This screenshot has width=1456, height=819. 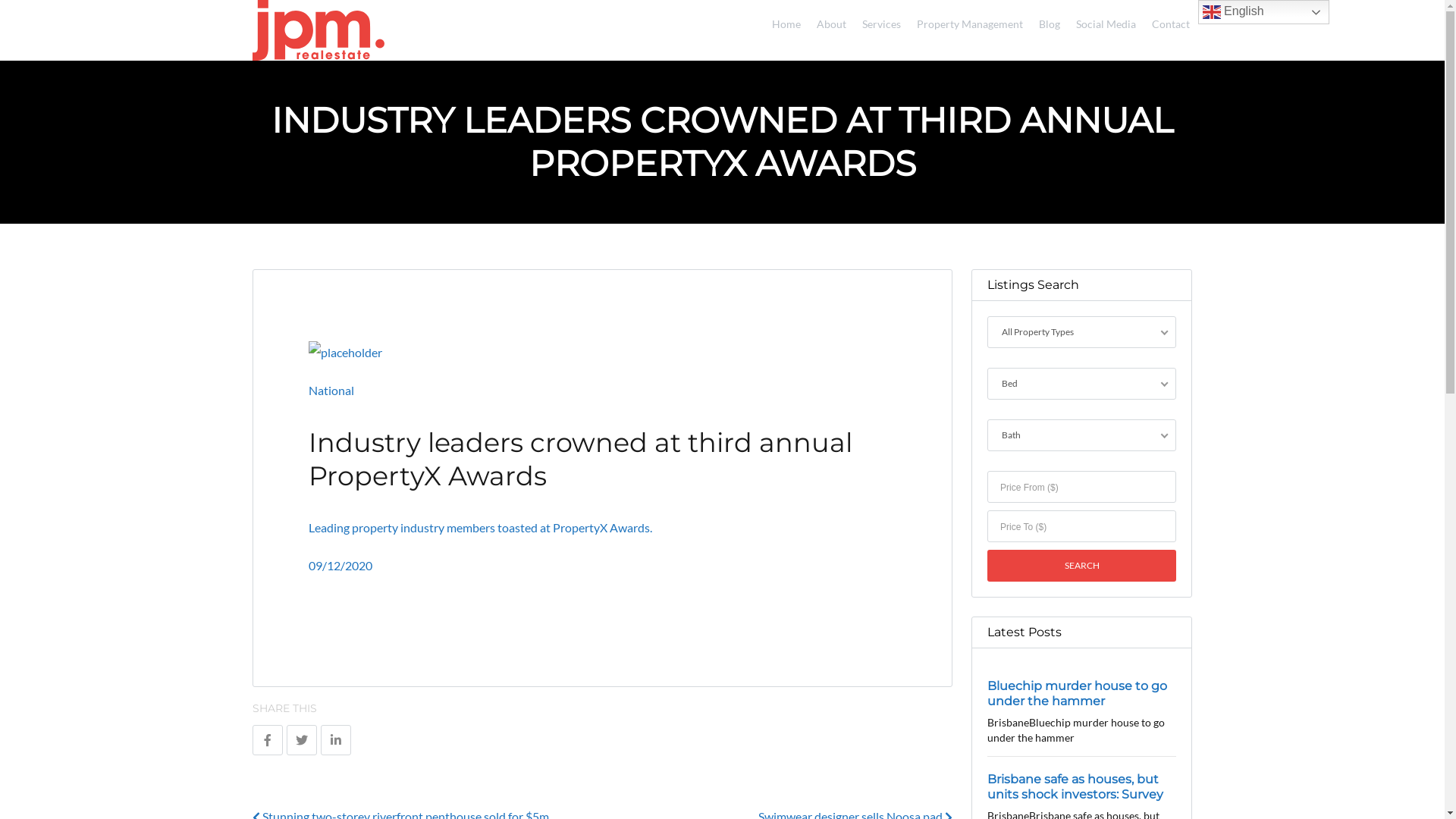 I want to click on 'Bluechip murder house to go under the hammer', so click(x=1076, y=693).